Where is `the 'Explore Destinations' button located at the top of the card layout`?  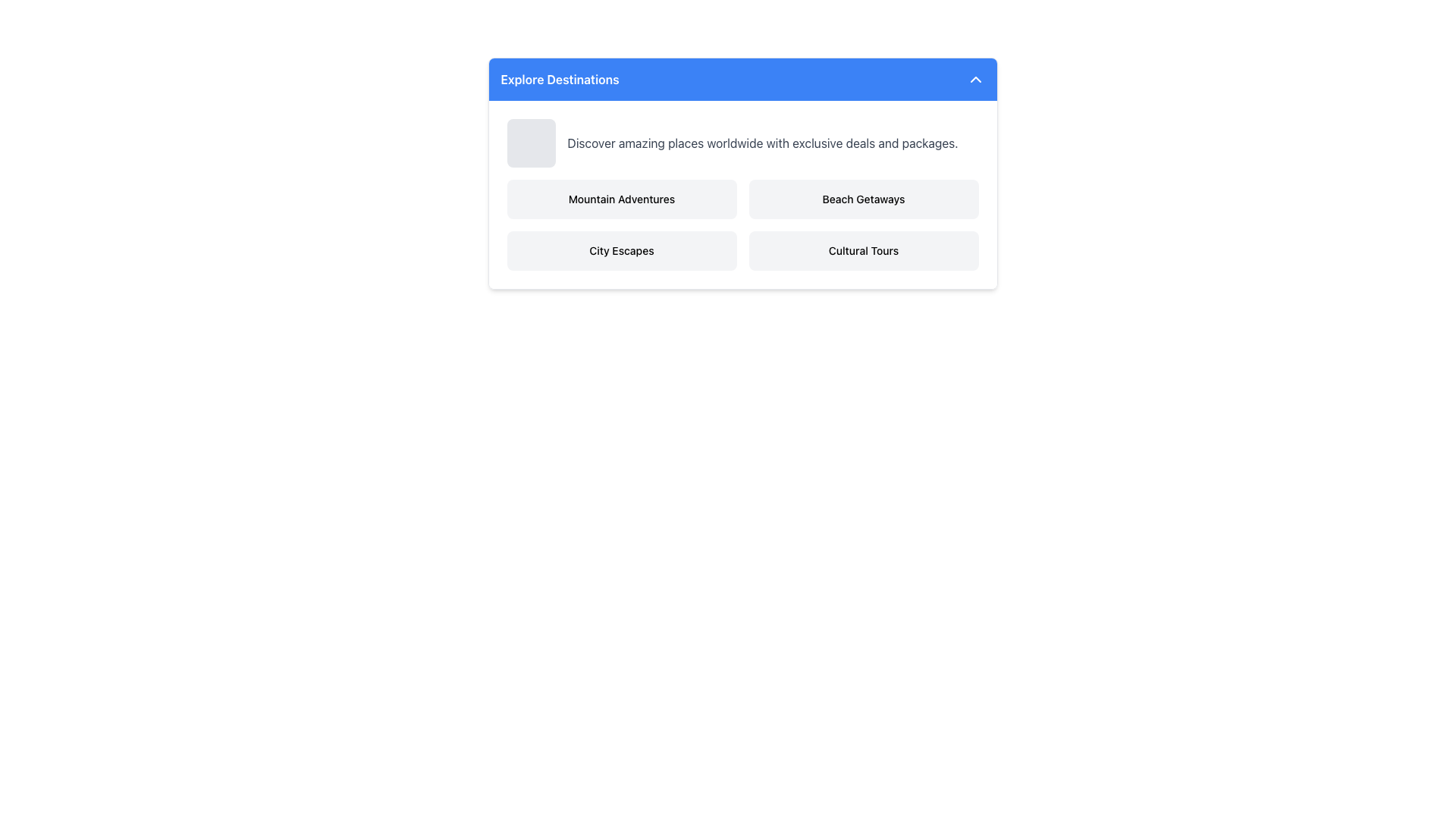 the 'Explore Destinations' button located at the top of the card layout is located at coordinates (742, 79).